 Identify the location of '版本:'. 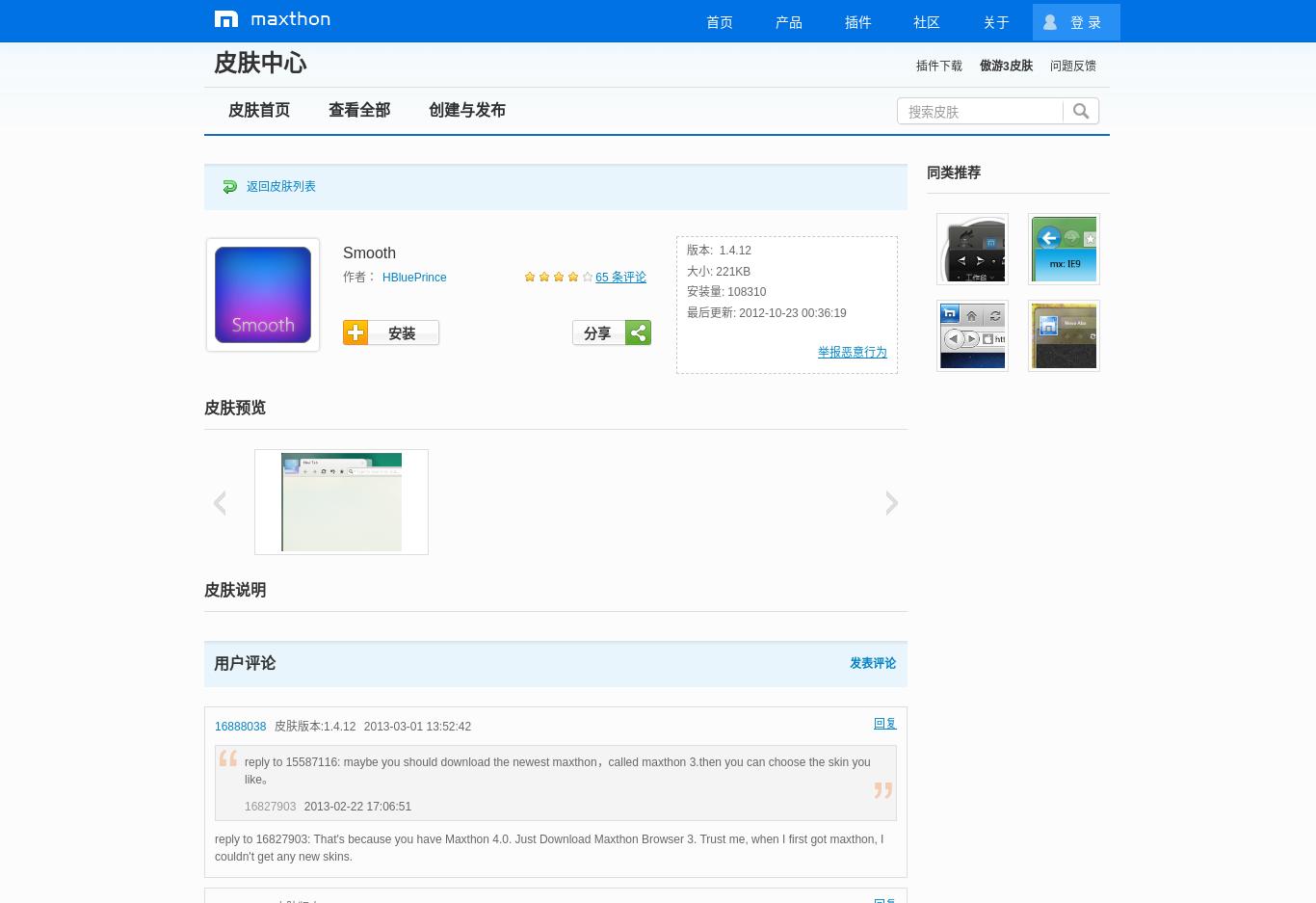
(687, 251).